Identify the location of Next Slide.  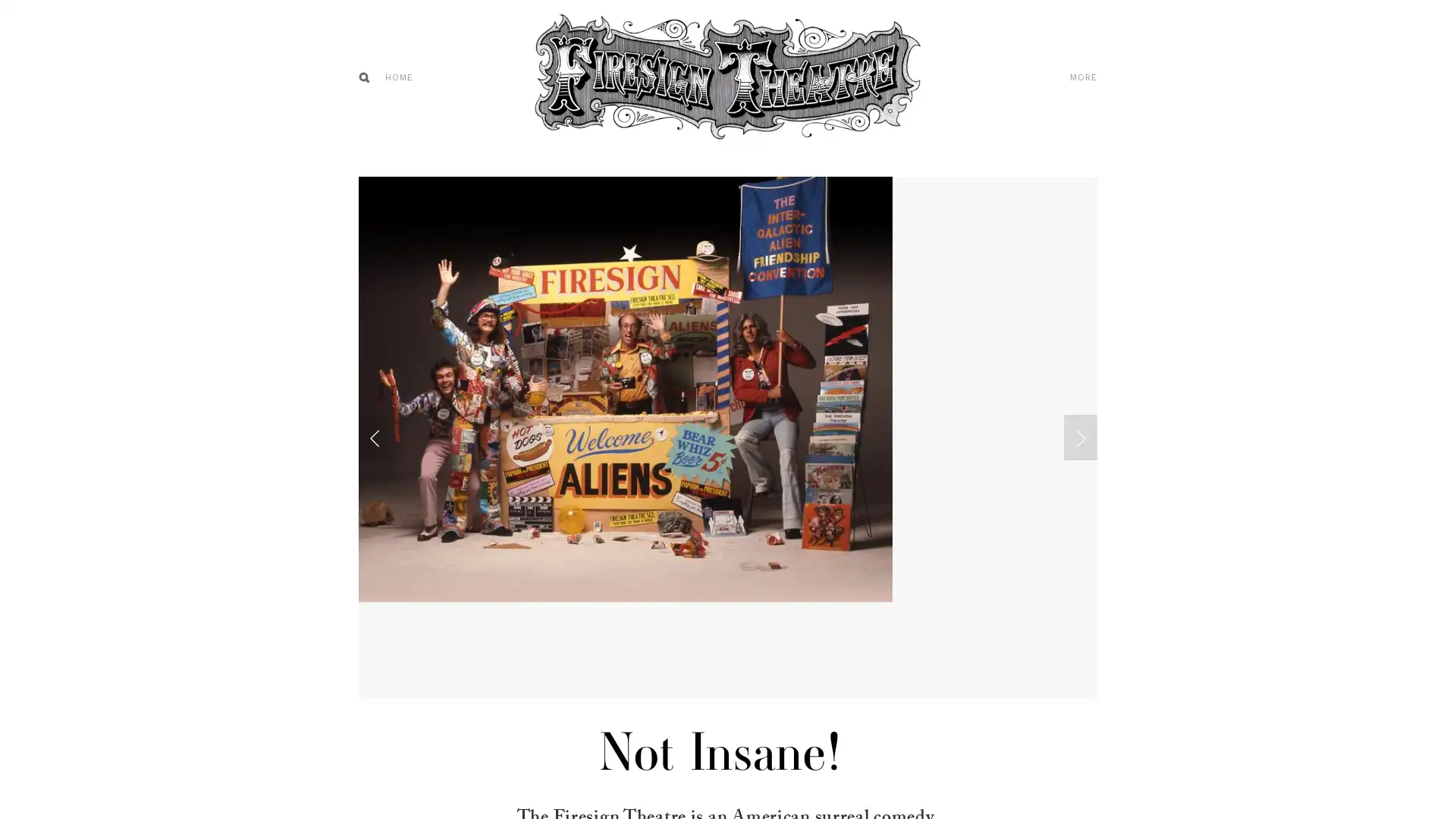
(1080, 436).